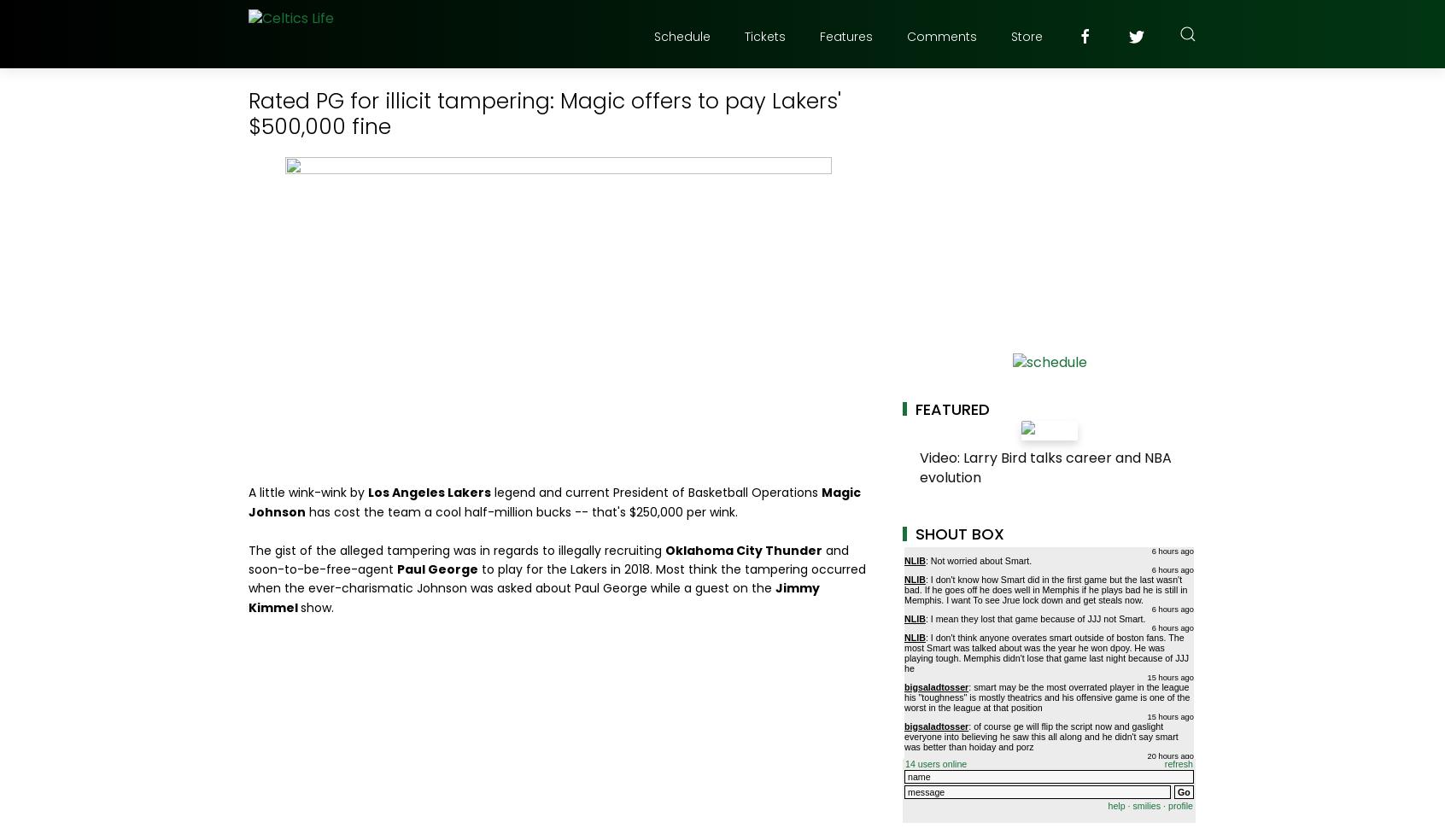 The width and height of the screenshot is (1445, 840). I want to click on 'Jimmy Kimmel', so click(533, 598).